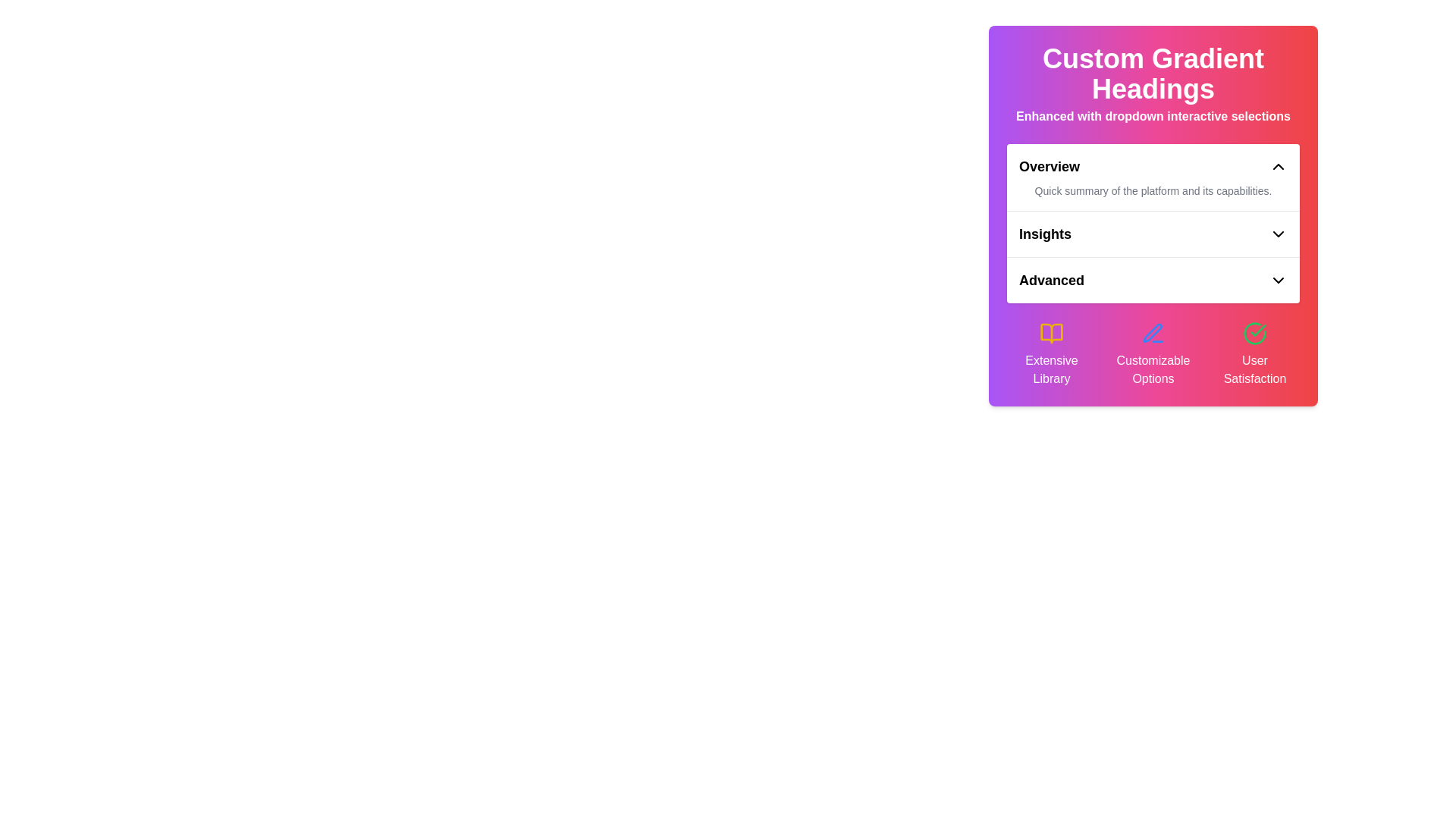 This screenshot has width=1456, height=819. Describe the element at coordinates (1153, 370) in the screenshot. I see `the static text label reading 'Customizable Options' which is styled with a white font on a vibrant pink and purple gradient background, located in the bottom-right quadrant of the interface card` at that location.